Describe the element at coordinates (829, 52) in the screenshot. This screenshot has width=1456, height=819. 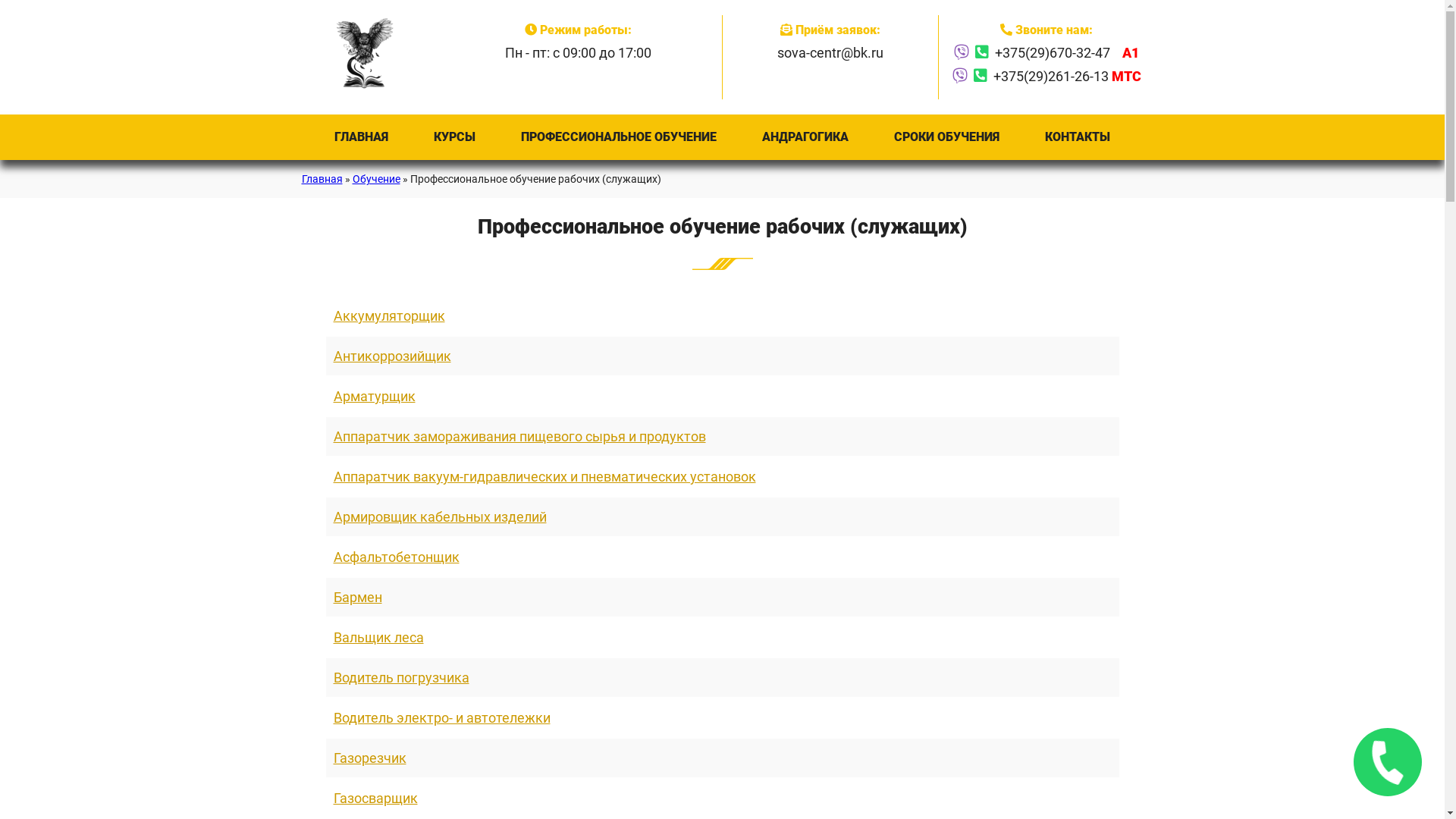
I see `'sova-centr@bk.ru'` at that location.